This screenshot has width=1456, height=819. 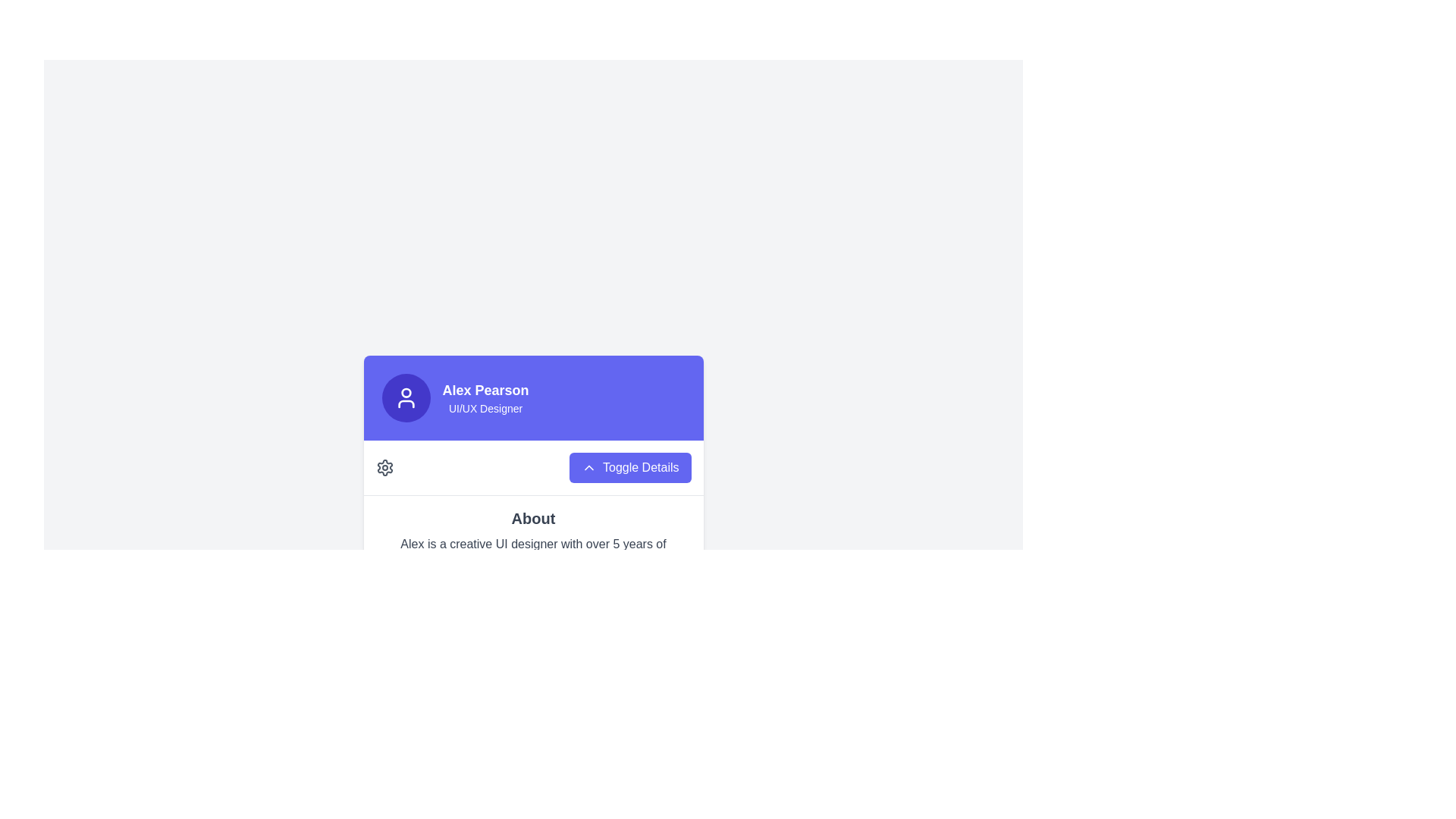 I want to click on the circular icon with a purple background and a white user profile silhouette, positioned before the text 'Alex Pearson', which indicates the user profile, so click(x=406, y=397).